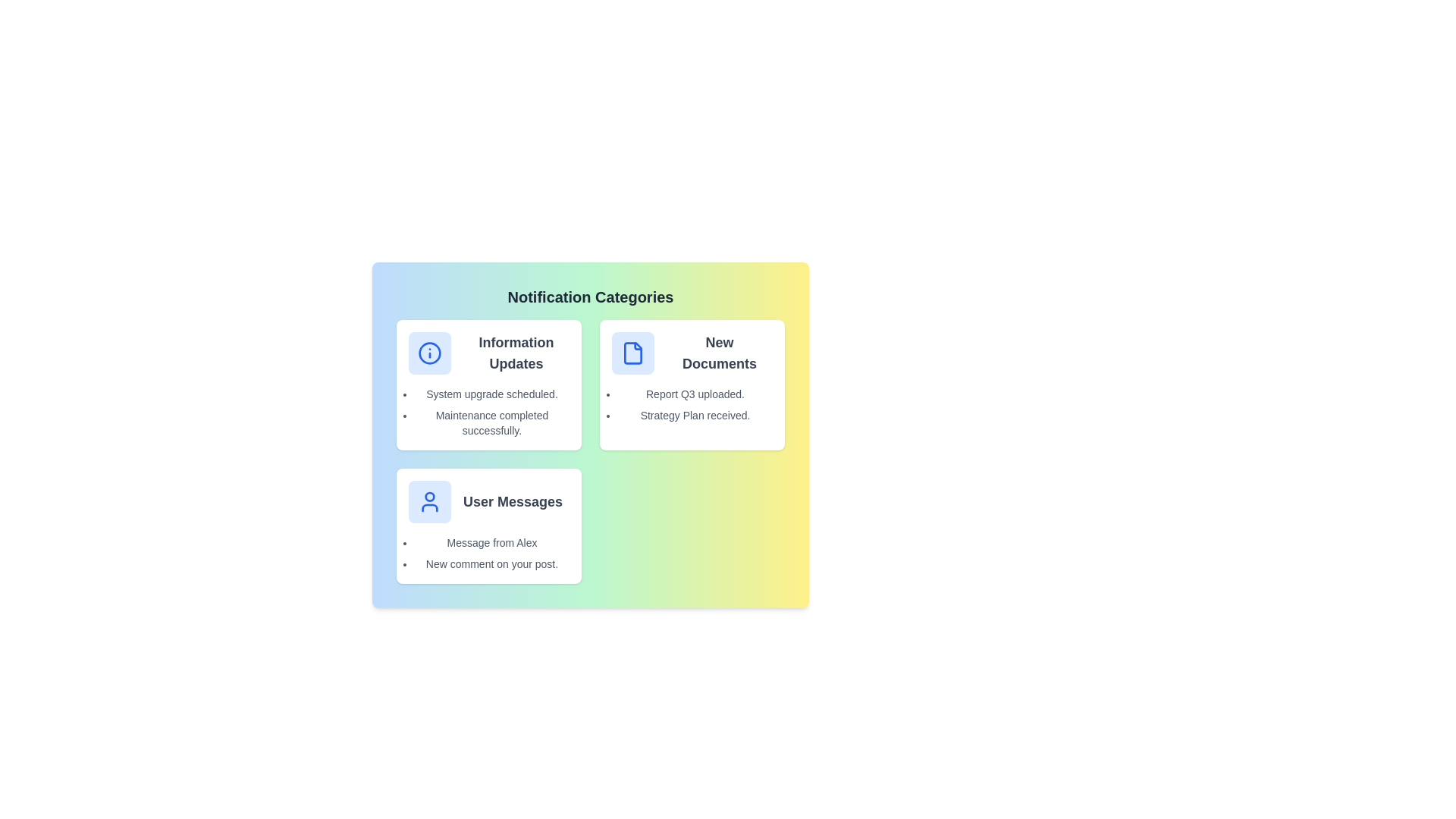 The height and width of the screenshot is (819, 1456). I want to click on the notification text 'Message from Alex' to show the context menu, so click(491, 542).